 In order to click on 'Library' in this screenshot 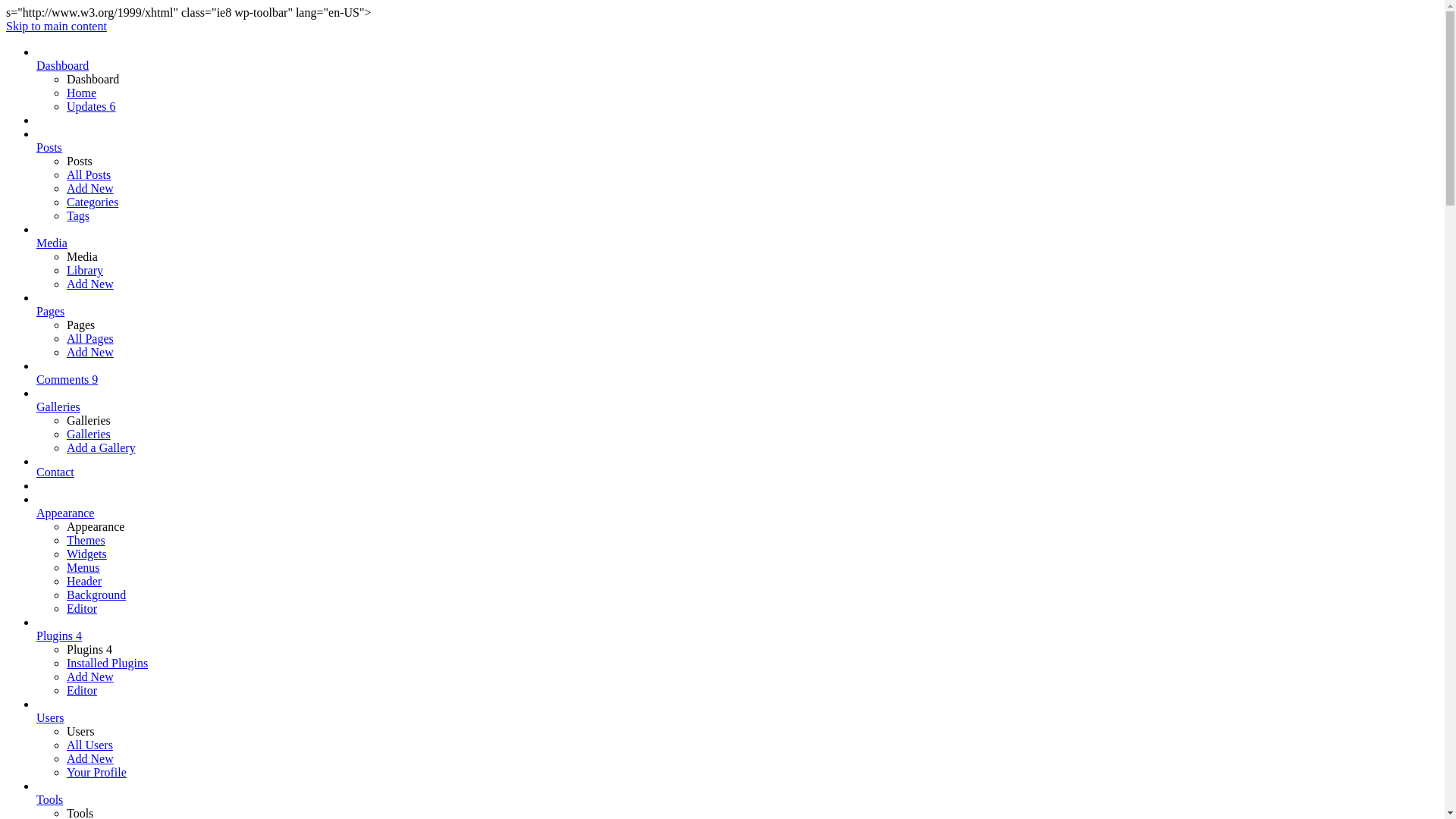, I will do `click(65, 269)`.